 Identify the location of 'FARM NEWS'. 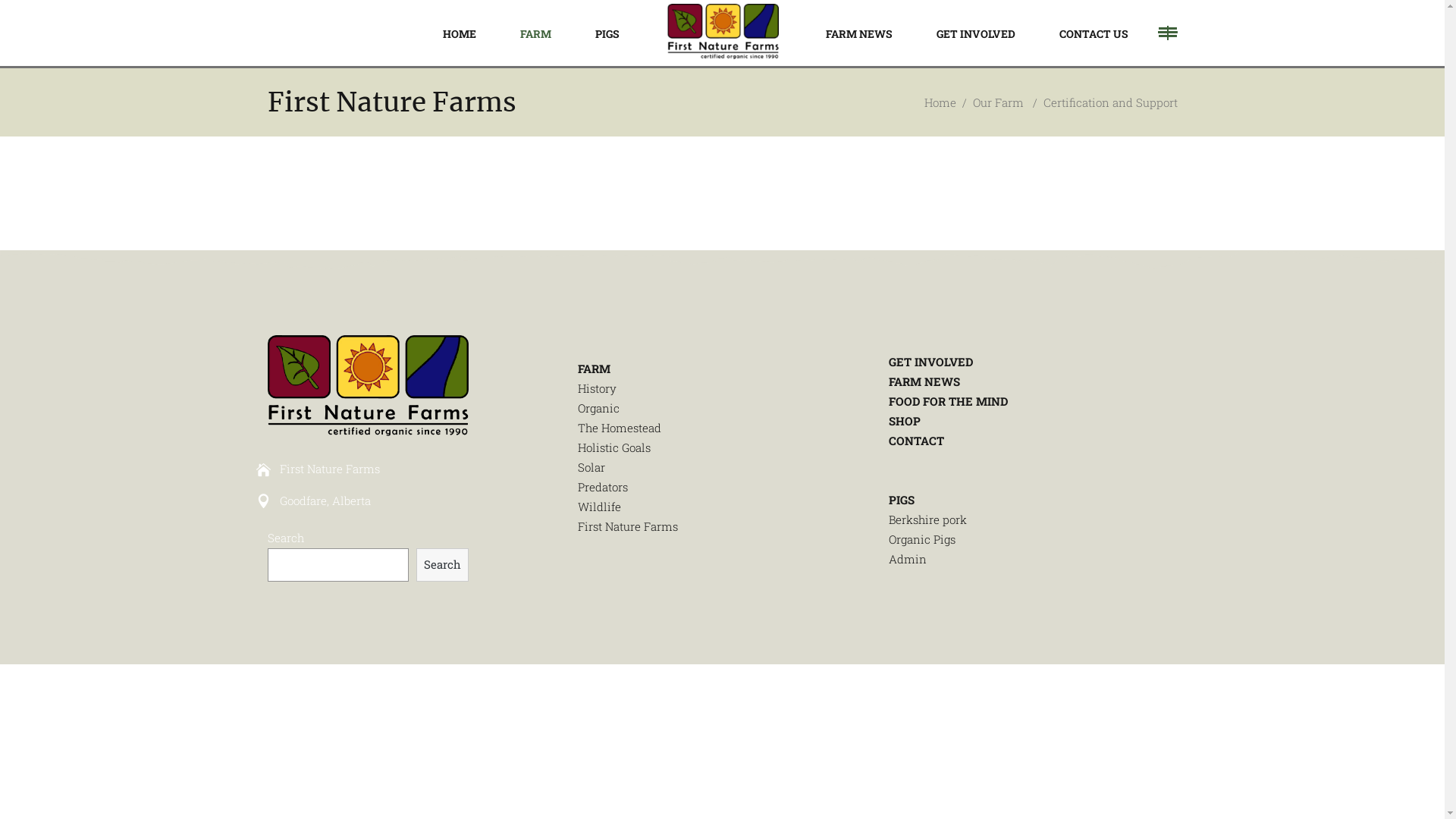
(924, 380).